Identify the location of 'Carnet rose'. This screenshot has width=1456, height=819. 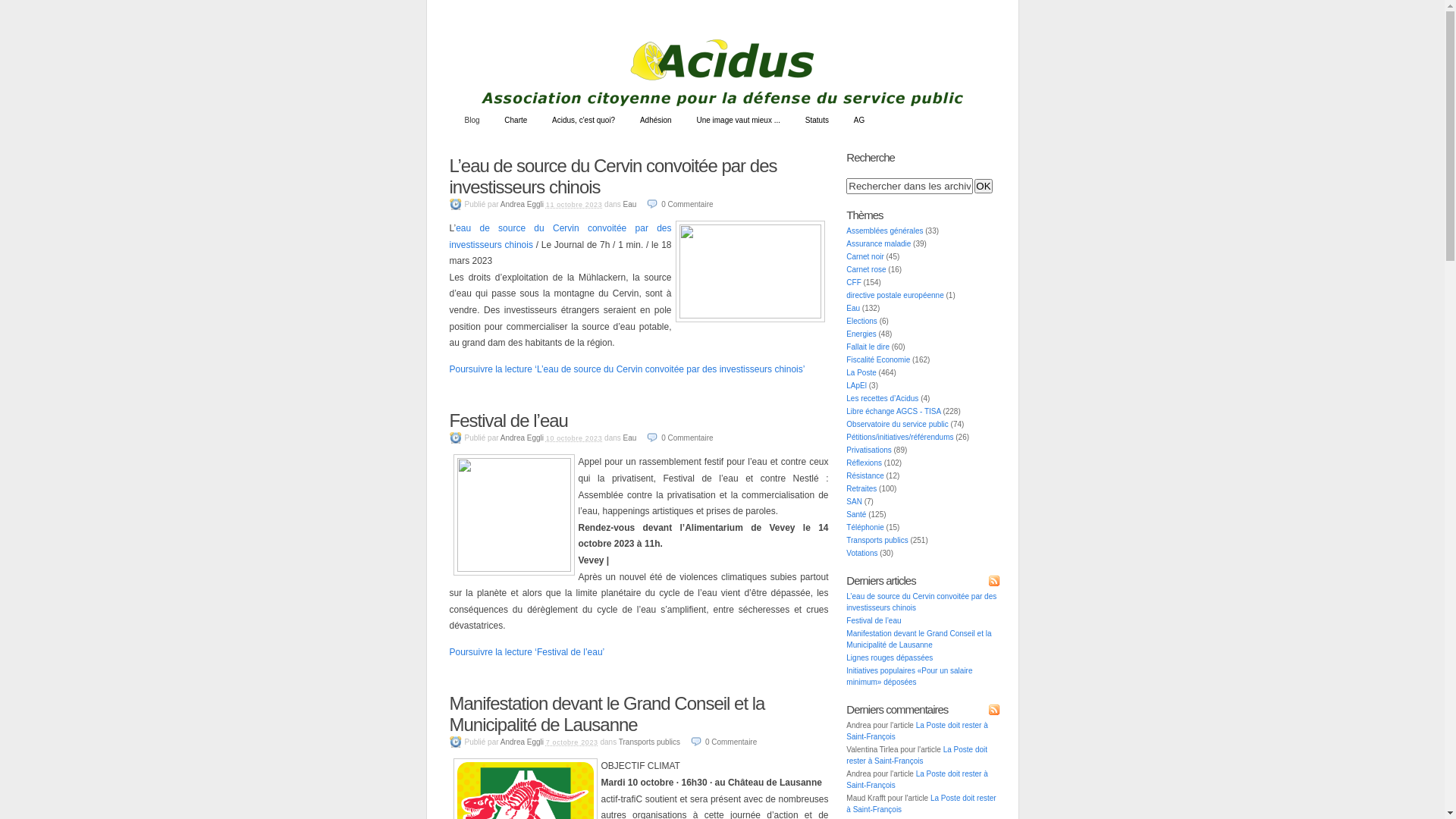
(866, 268).